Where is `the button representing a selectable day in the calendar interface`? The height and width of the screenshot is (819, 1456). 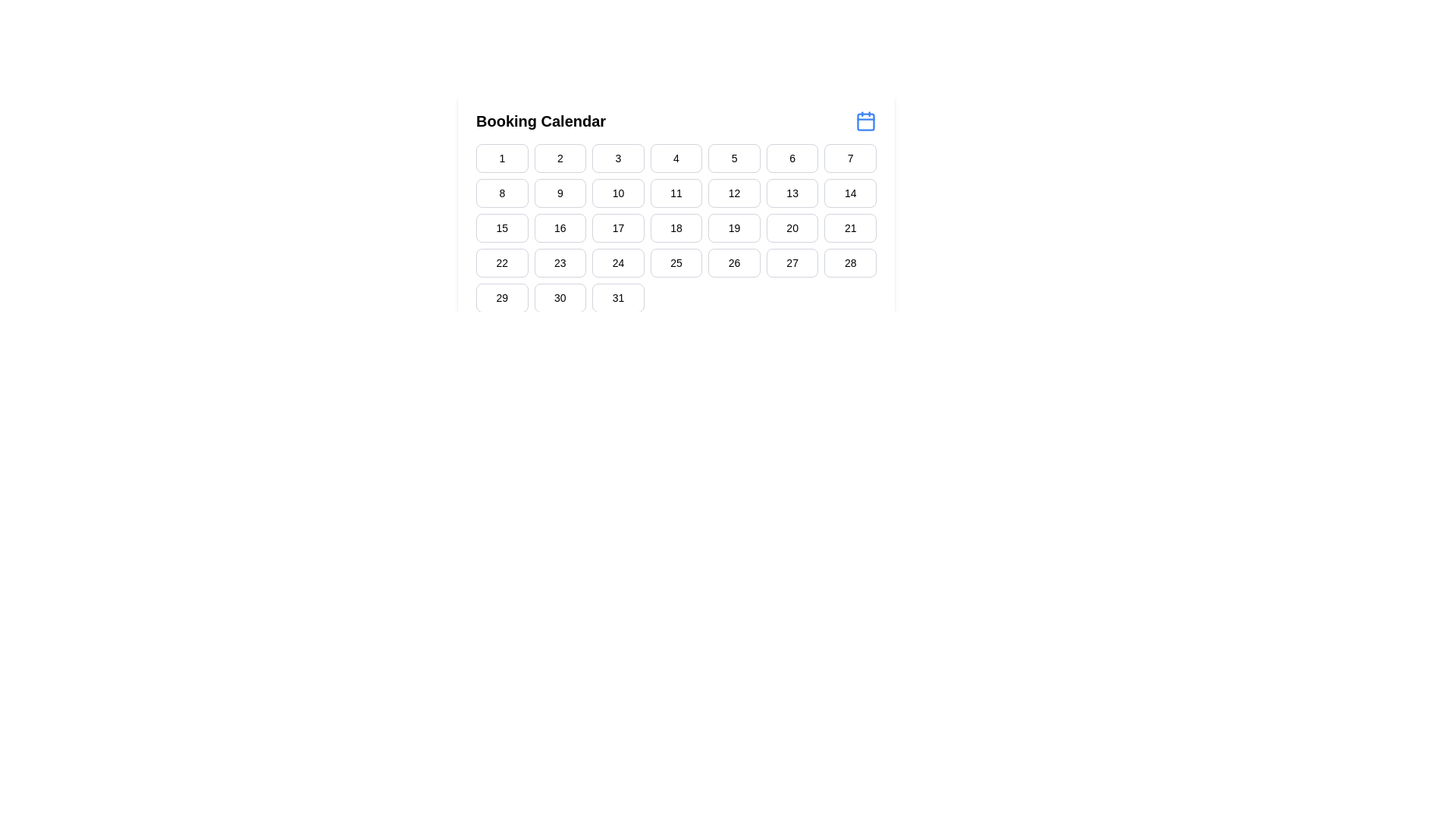 the button representing a selectable day in the calendar interface is located at coordinates (559, 227).